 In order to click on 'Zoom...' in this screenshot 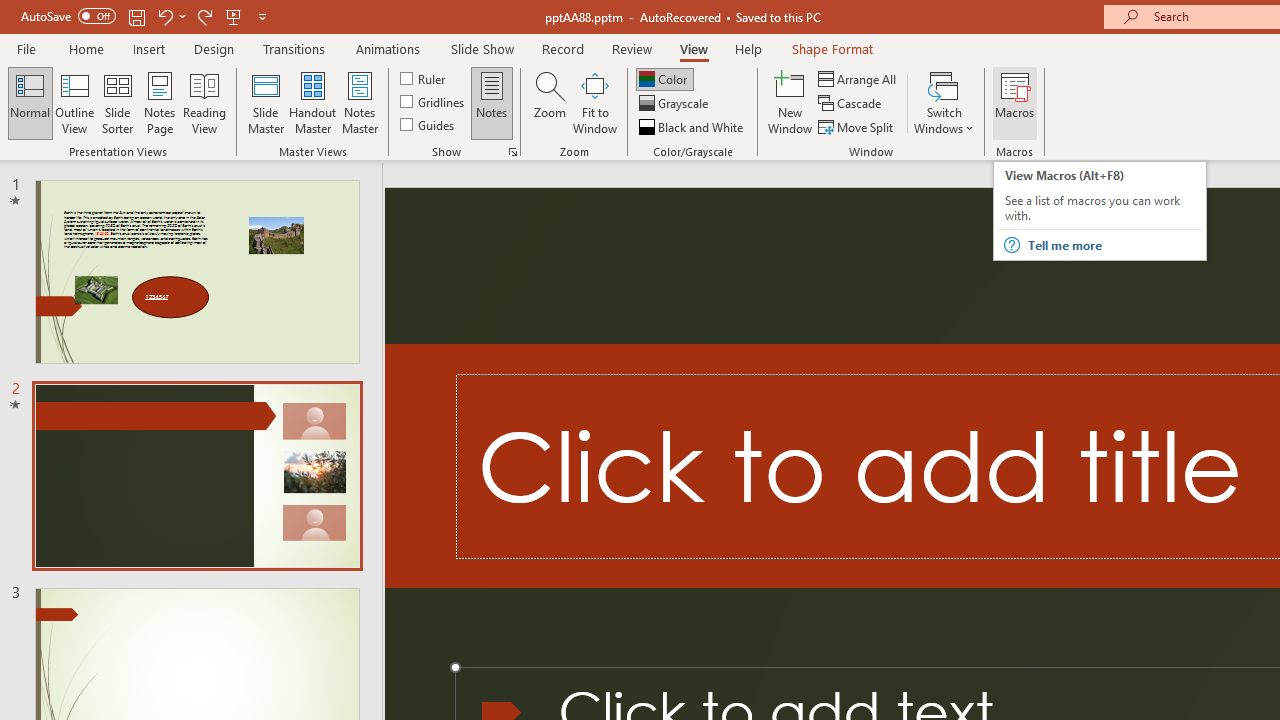, I will do `click(549, 103)`.